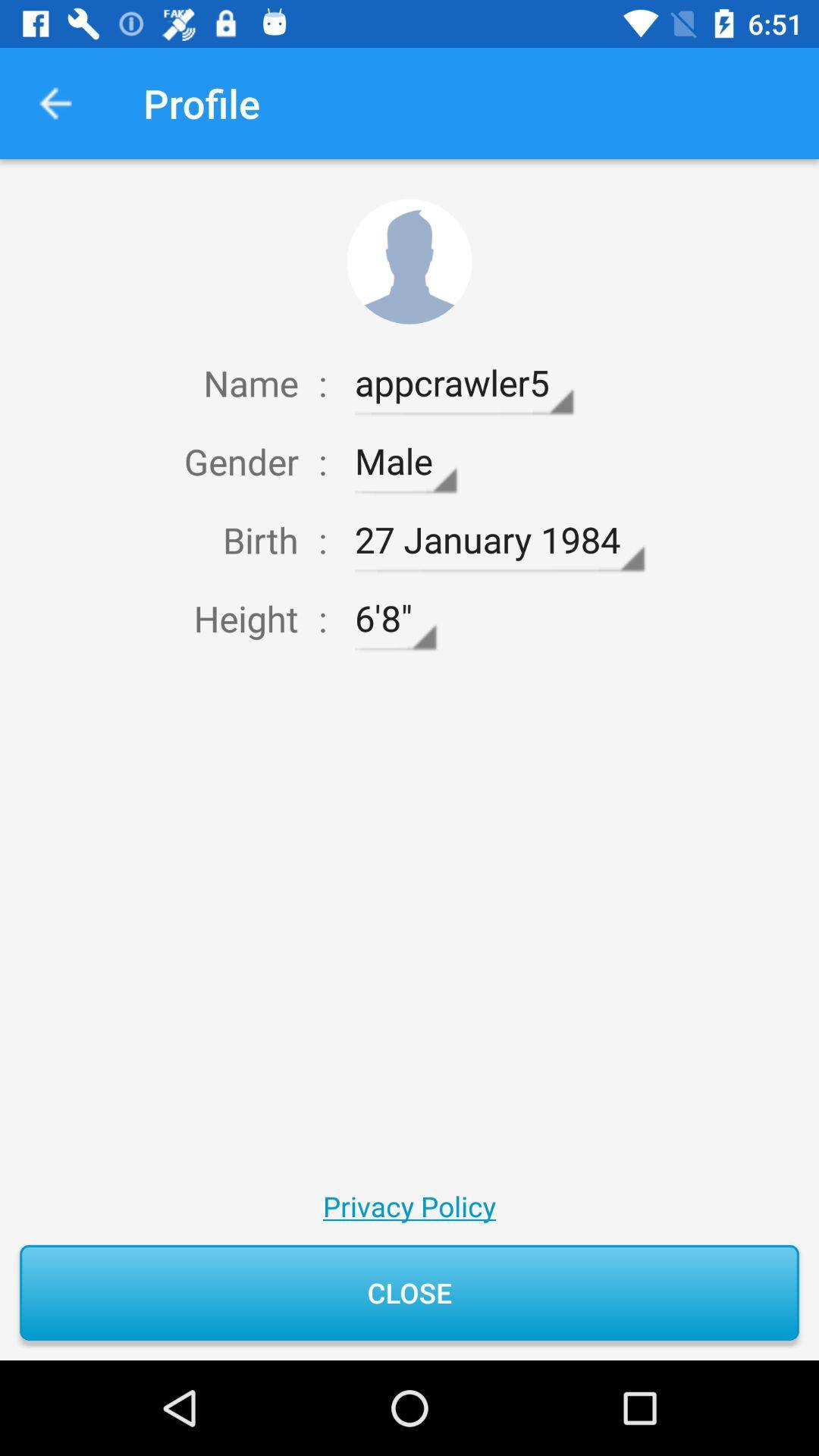 This screenshot has height=1456, width=819. What do you see at coordinates (409, 262) in the screenshot?
I see `the avatar icon` at bounding box center [409, 262].